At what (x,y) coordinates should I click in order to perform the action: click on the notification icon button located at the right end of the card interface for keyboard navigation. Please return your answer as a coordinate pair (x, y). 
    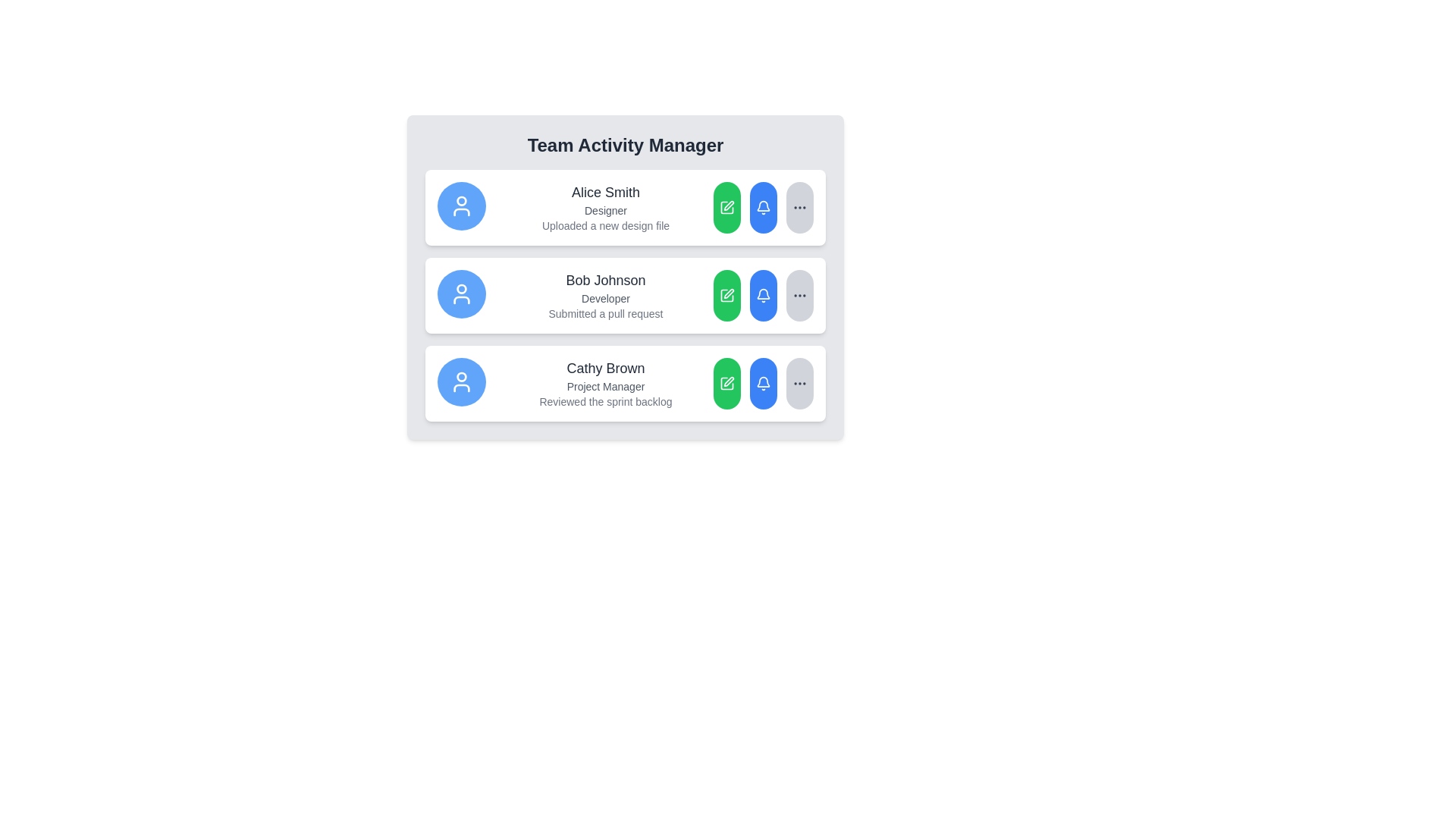
    Looking at the image, I should click on (764, 206).